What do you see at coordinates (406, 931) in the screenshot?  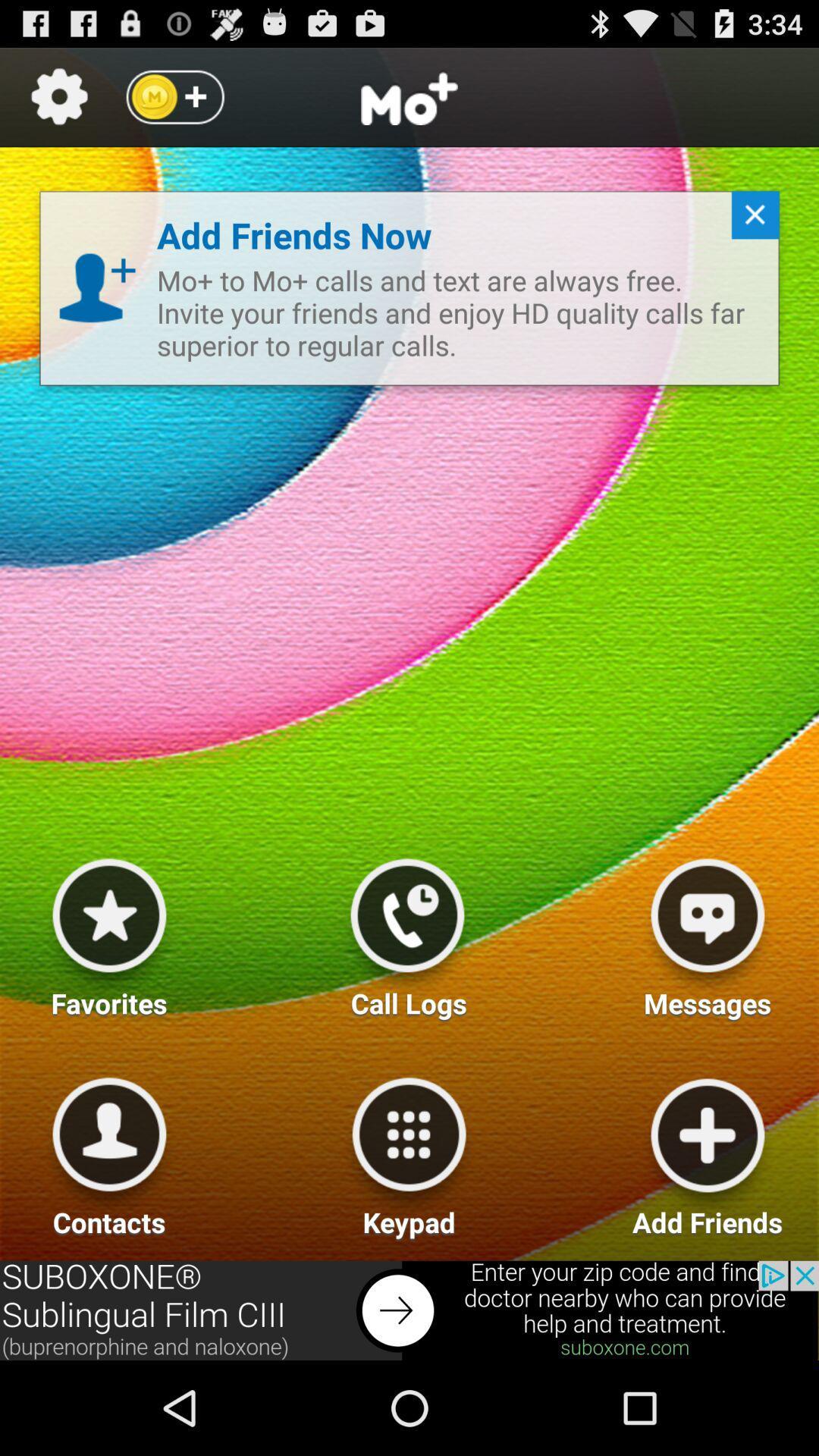 I see `open the call logs page` at bounding box center [406, 931].